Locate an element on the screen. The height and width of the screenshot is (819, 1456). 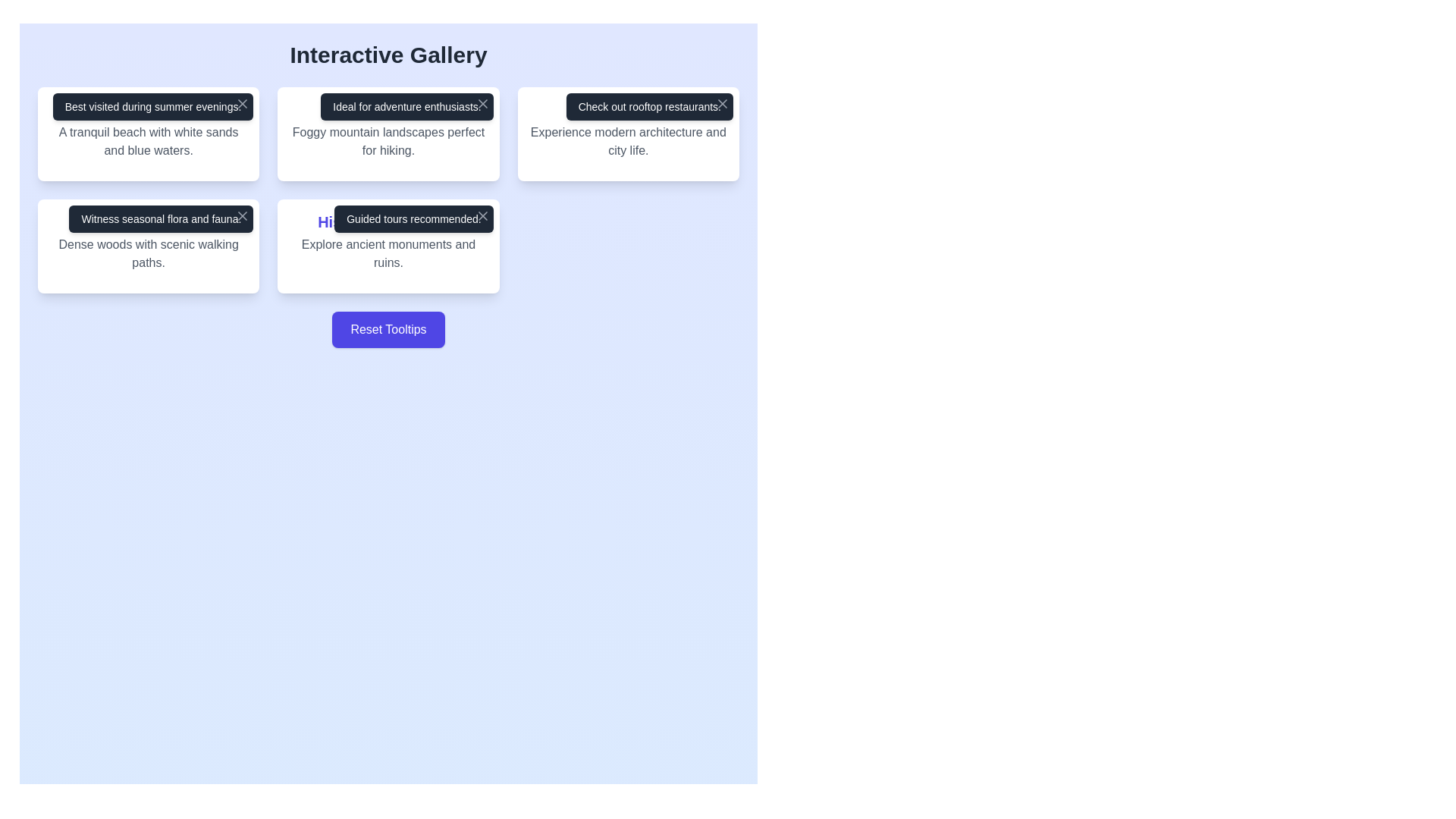
the Cross icon button located in the top-right corner of the tooltip that contains the text 'Guided tours recommended' is located at coordinates (482, 216).